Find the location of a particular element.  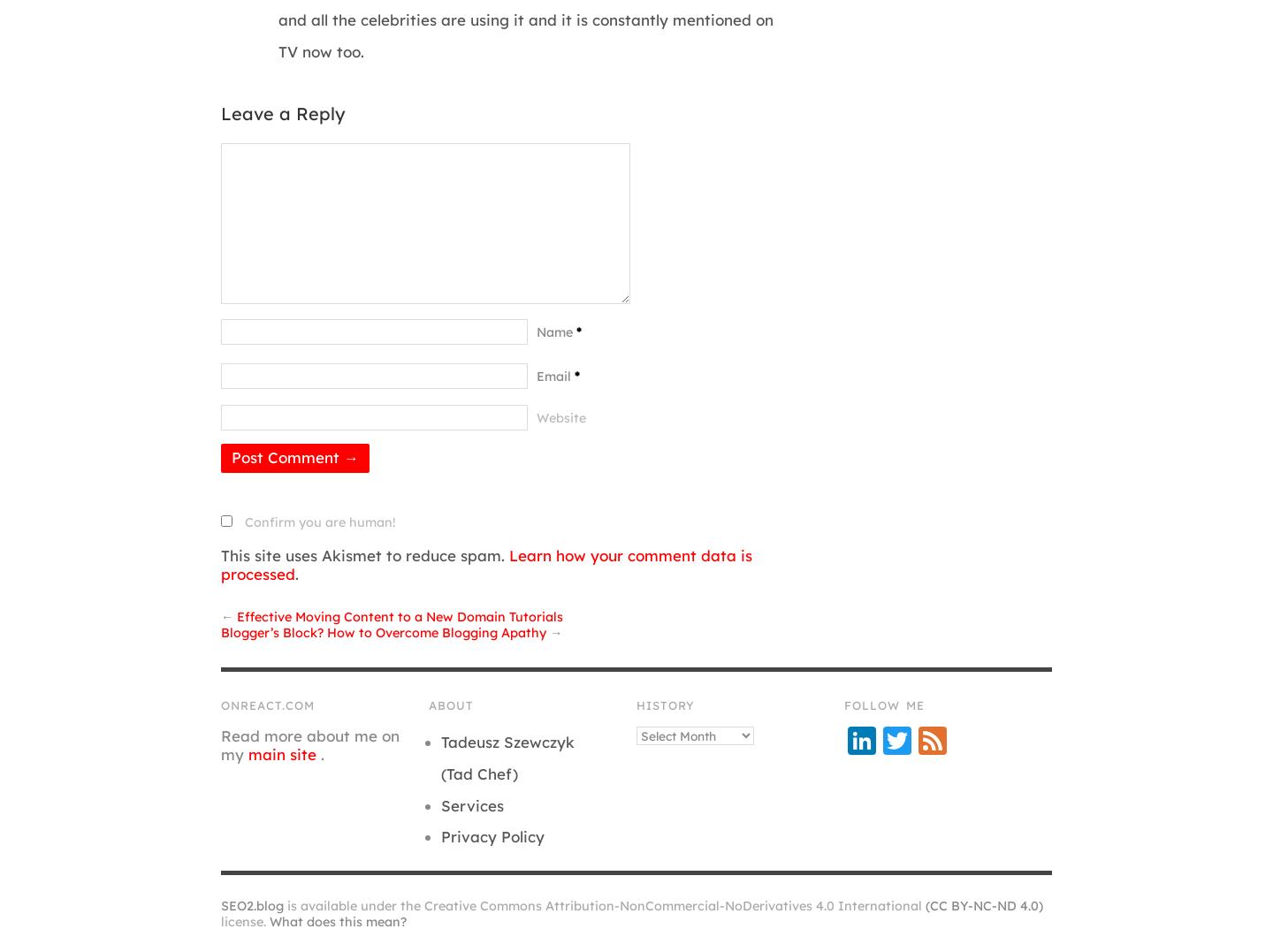

'Read more about me on my' is located at coordinates (219, 743).